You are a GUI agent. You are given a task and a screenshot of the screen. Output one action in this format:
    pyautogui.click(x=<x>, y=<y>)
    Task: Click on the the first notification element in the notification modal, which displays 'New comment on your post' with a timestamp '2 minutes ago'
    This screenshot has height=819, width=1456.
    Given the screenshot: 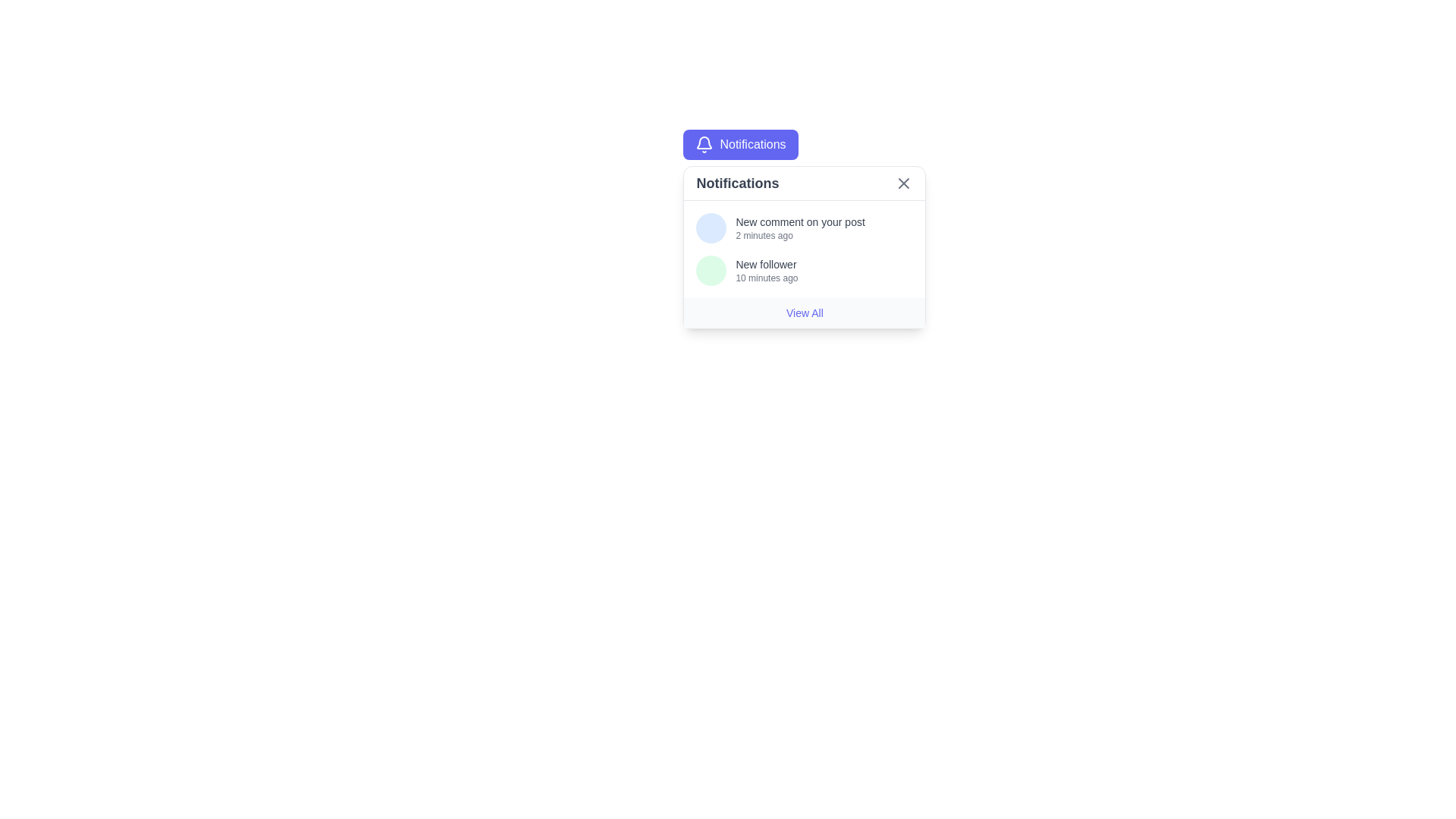 What is the action you would take?
    pyautogui.click(x=804, y=227)
    